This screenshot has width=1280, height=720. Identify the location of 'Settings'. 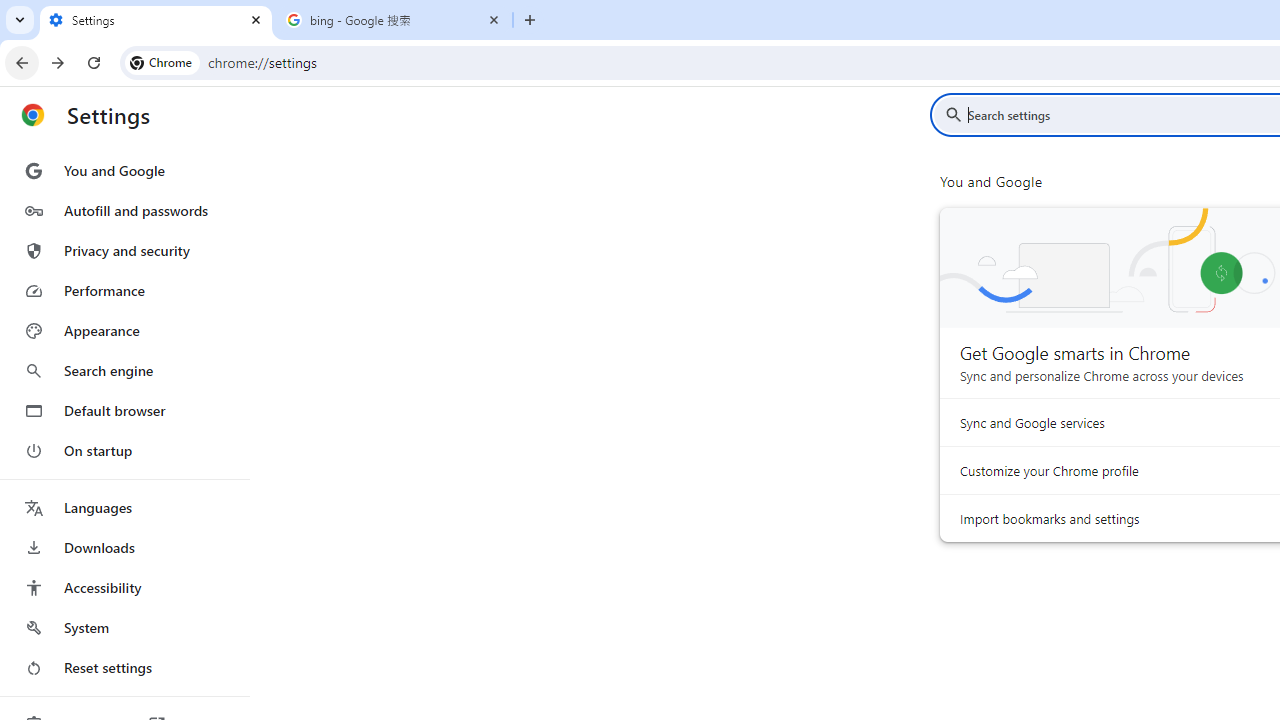
(155, 20).